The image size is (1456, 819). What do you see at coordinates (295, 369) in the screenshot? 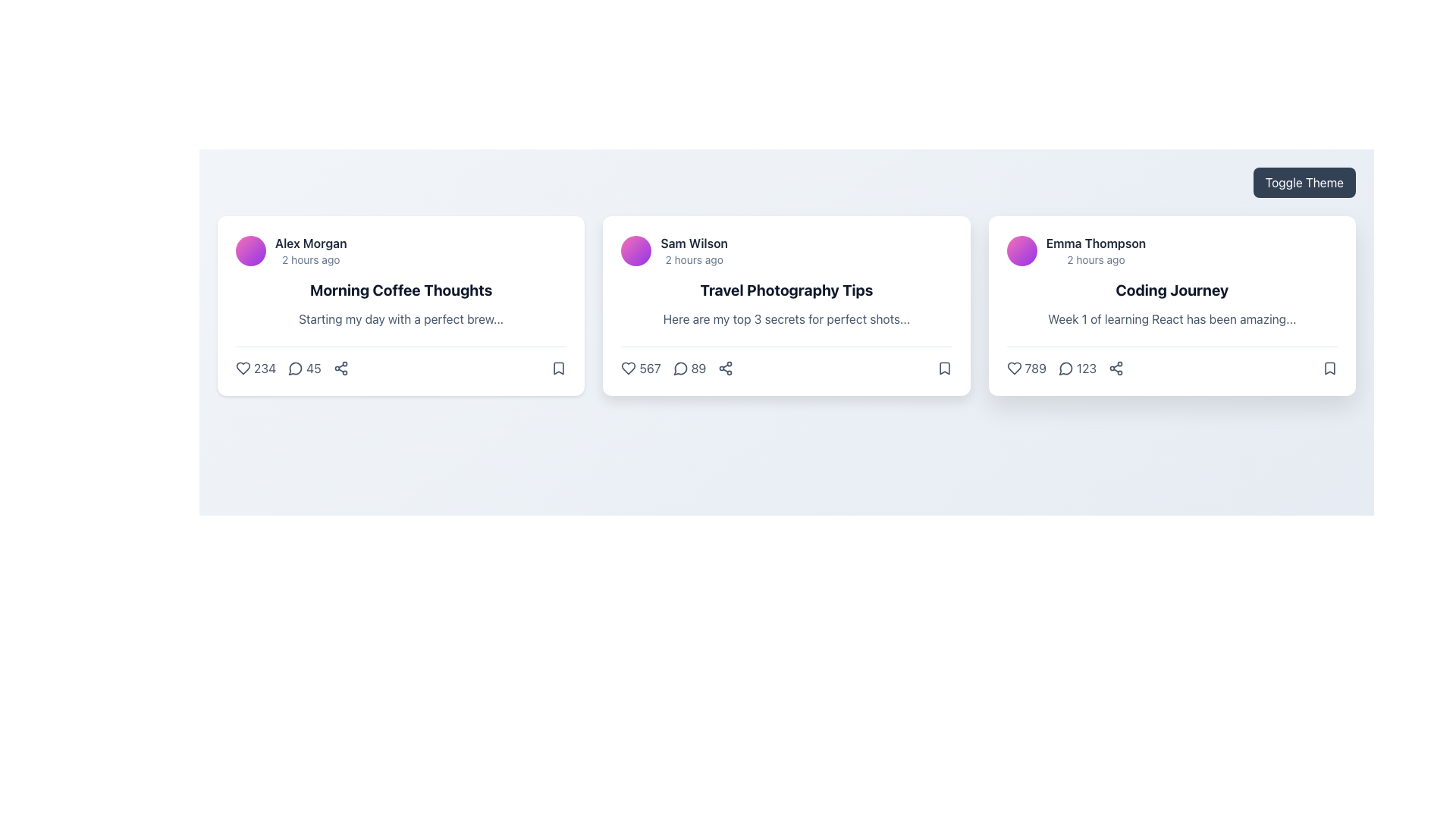
I see `the comment icon located between the like and share icons at the bottom of the 'Morning Coffee Thoughts' card` at bounding box center [295, 369].